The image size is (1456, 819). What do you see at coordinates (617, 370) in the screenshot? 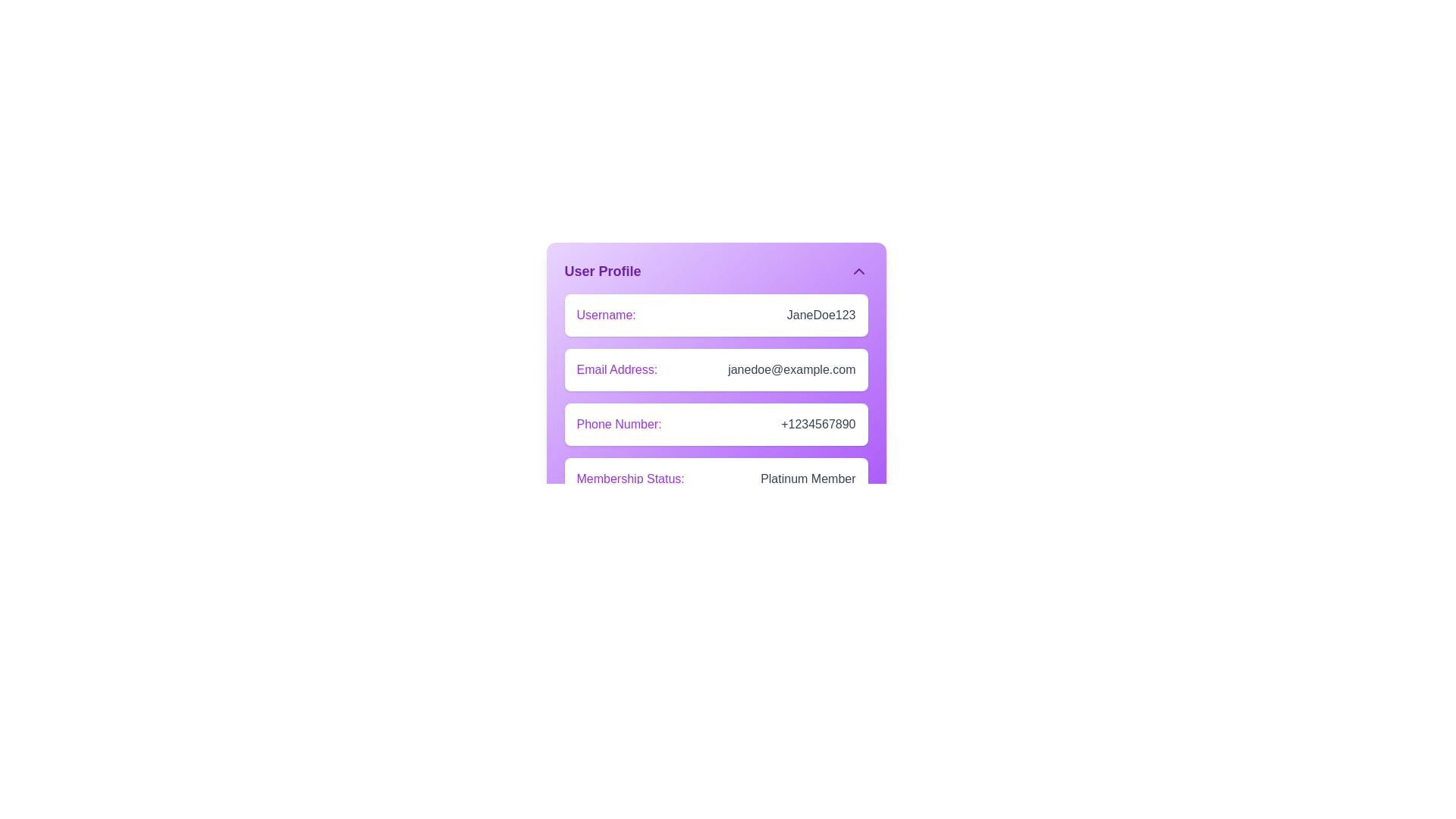
I see `the label element displaying 'Email Address:' in a purple font, which is positioned before the email text 'janedoe@example.com' within the user profile card layout` at bounding box center [617, 370].